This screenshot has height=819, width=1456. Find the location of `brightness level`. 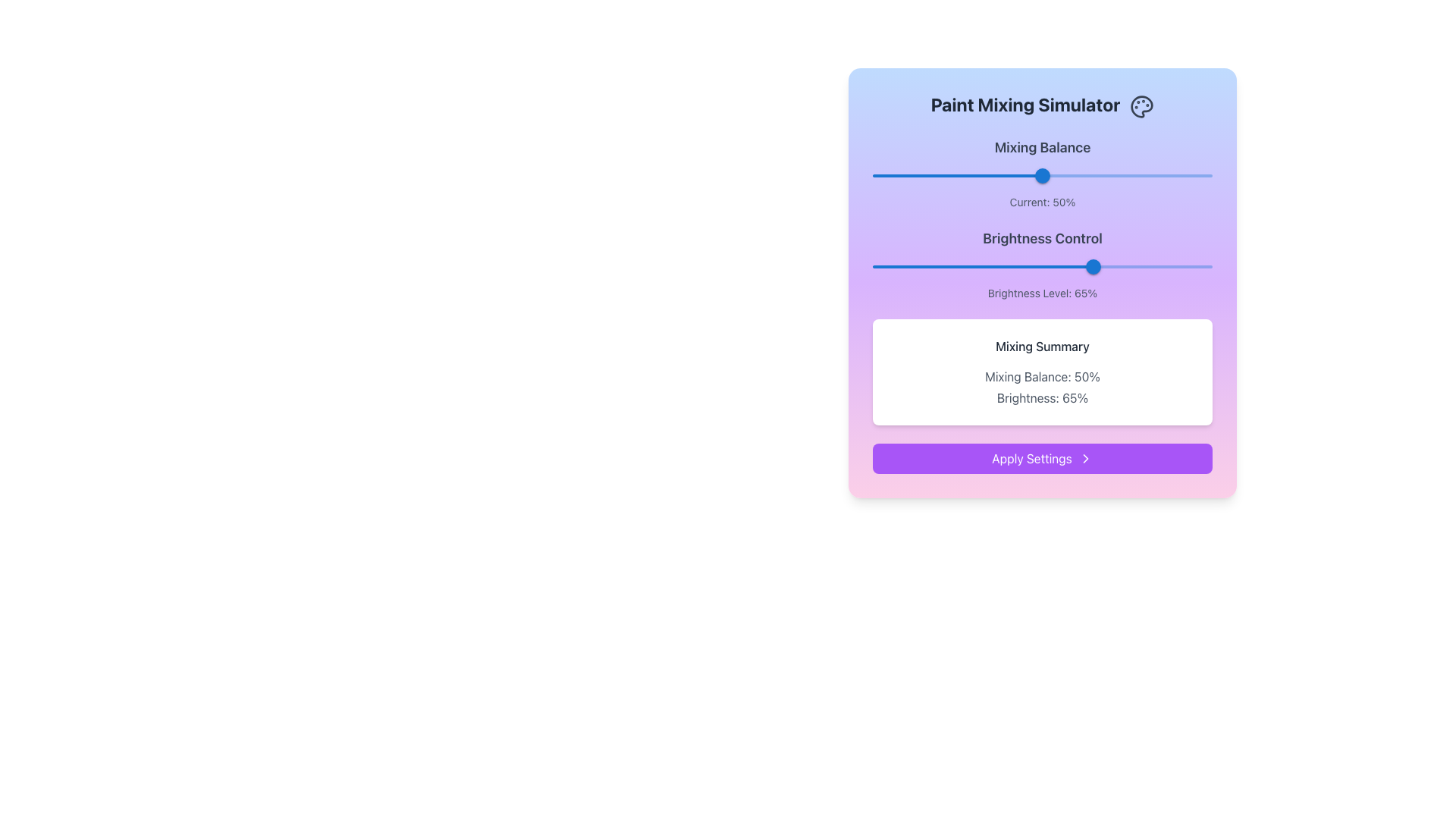

brightness level is located at coordinates (1089, 265).